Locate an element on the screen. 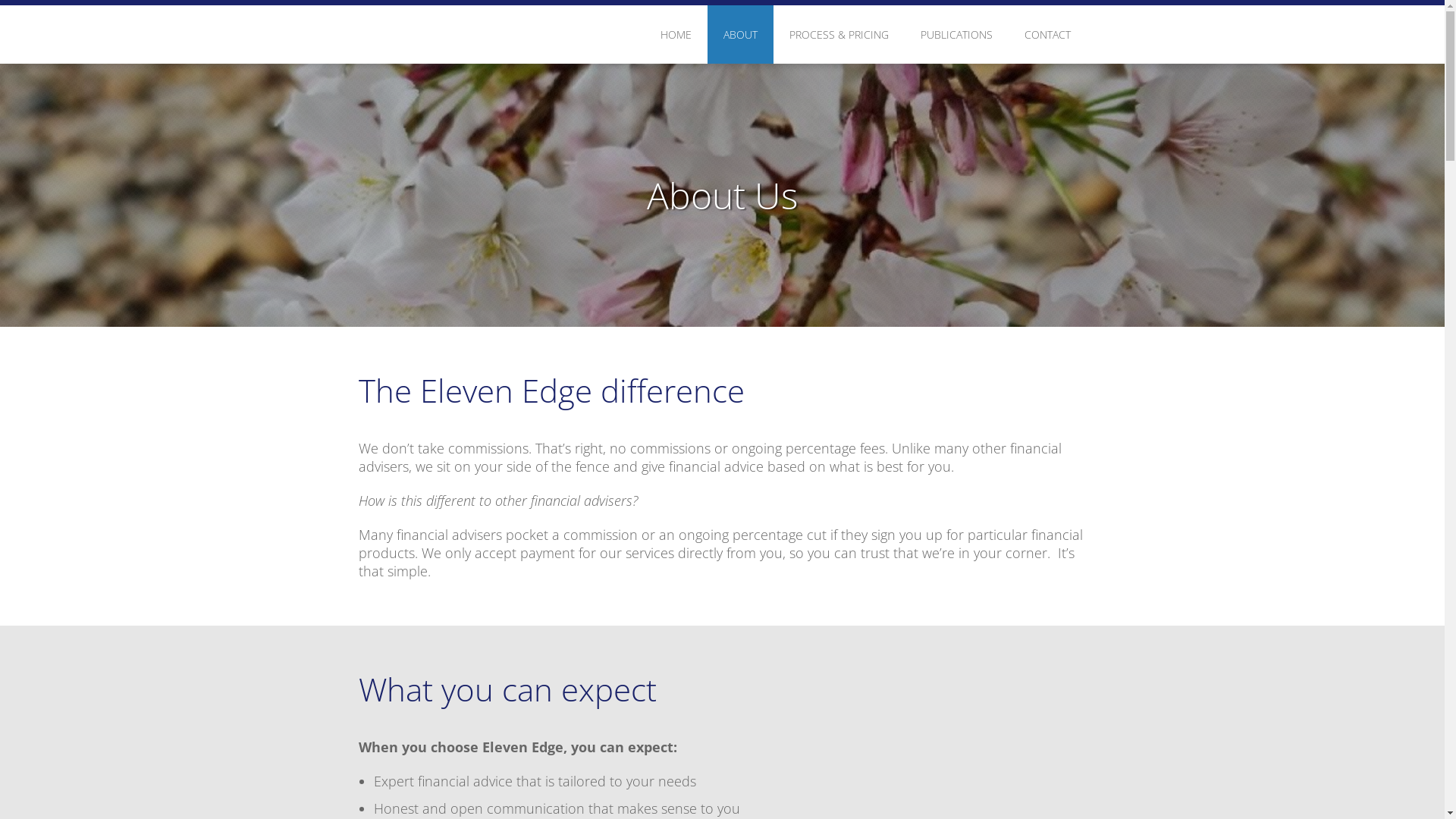 This screenshot has height=819, width=1456. 'PUBLICATIONS' is located at coordinates (955, 34).